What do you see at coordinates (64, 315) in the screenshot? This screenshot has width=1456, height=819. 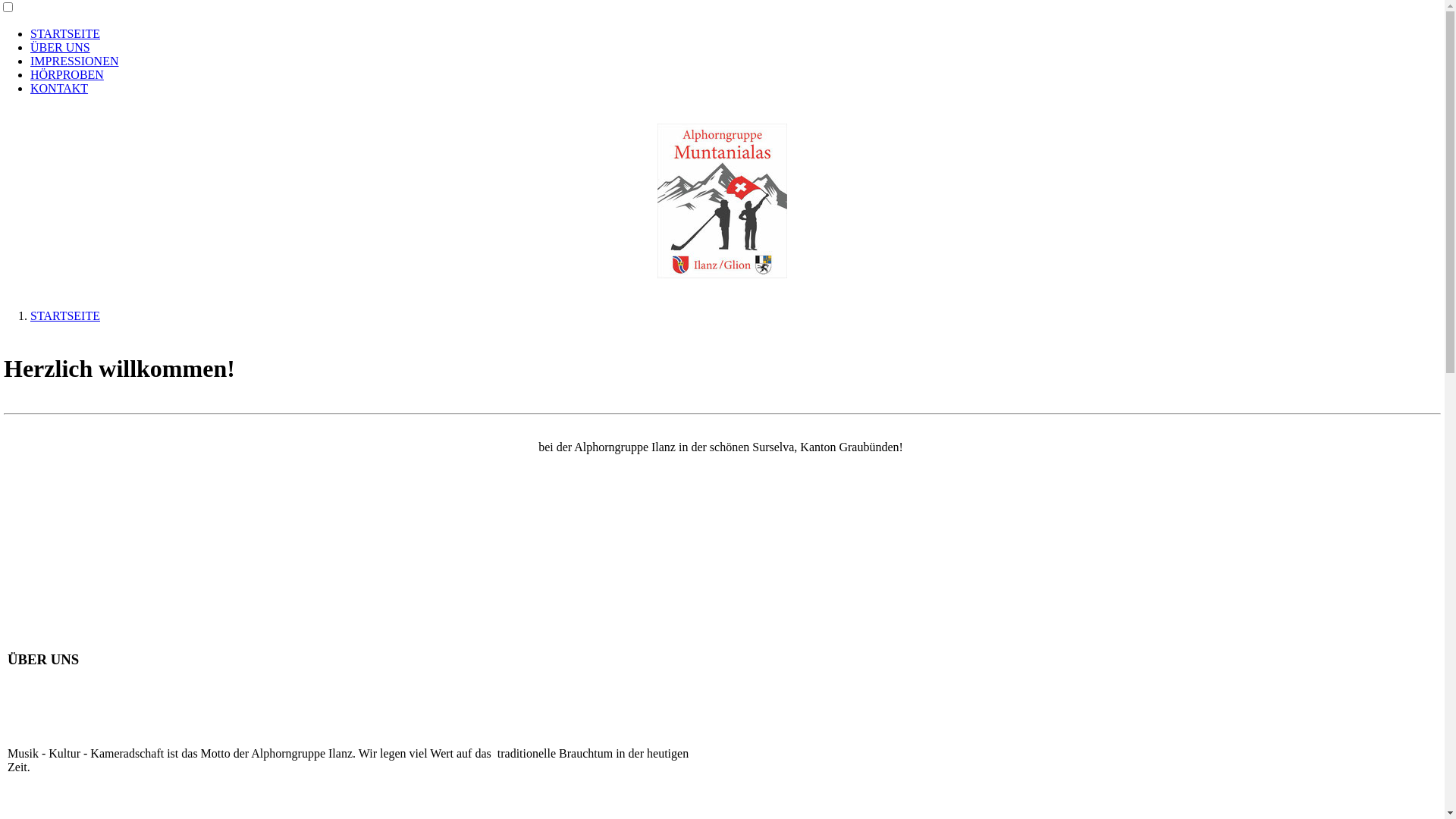 I see `'STARTSEITE'` at bounding box center [64, 315].